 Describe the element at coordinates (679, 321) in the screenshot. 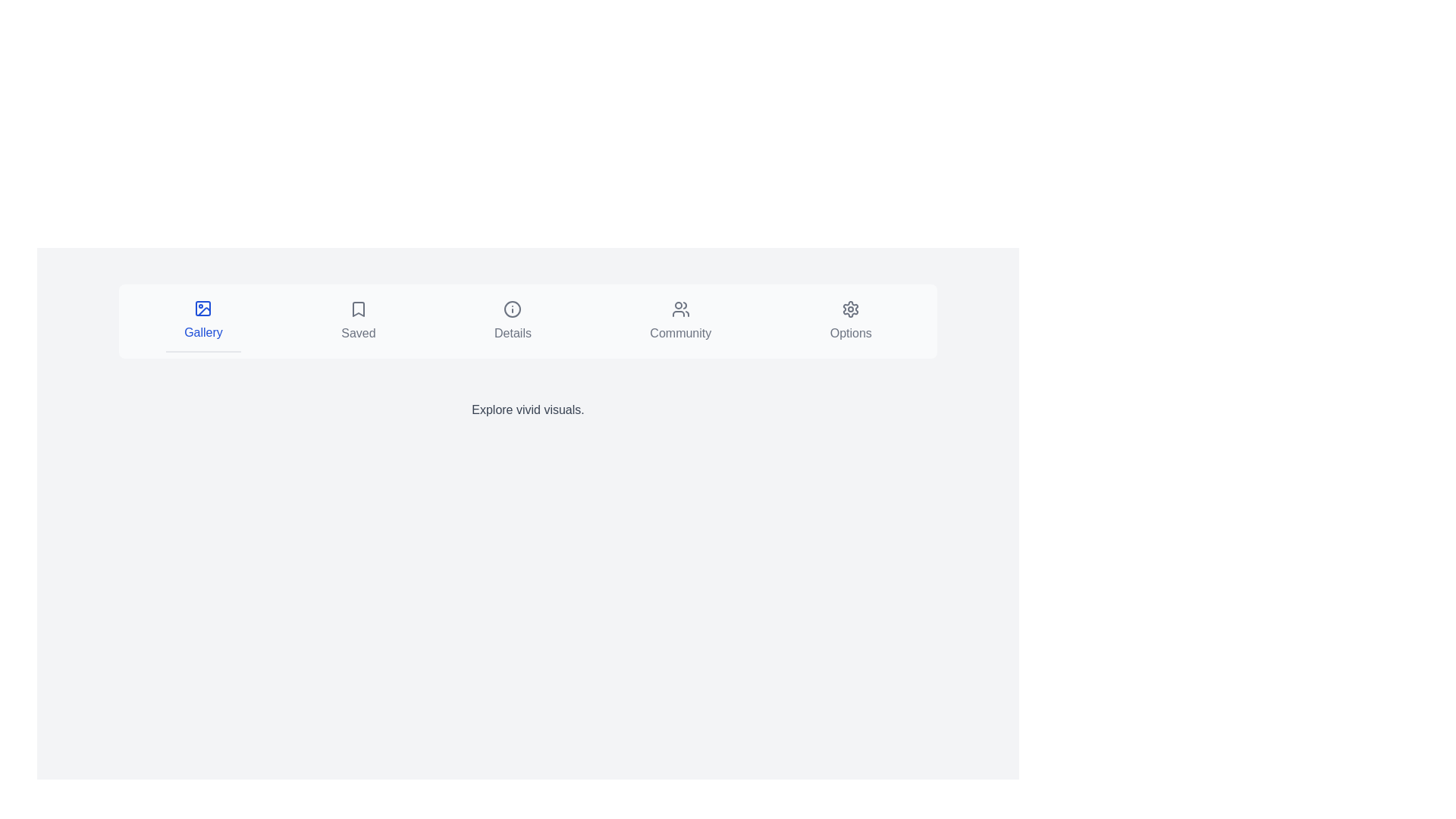

I see `the tab labeled Community to display its associated content` at that location.